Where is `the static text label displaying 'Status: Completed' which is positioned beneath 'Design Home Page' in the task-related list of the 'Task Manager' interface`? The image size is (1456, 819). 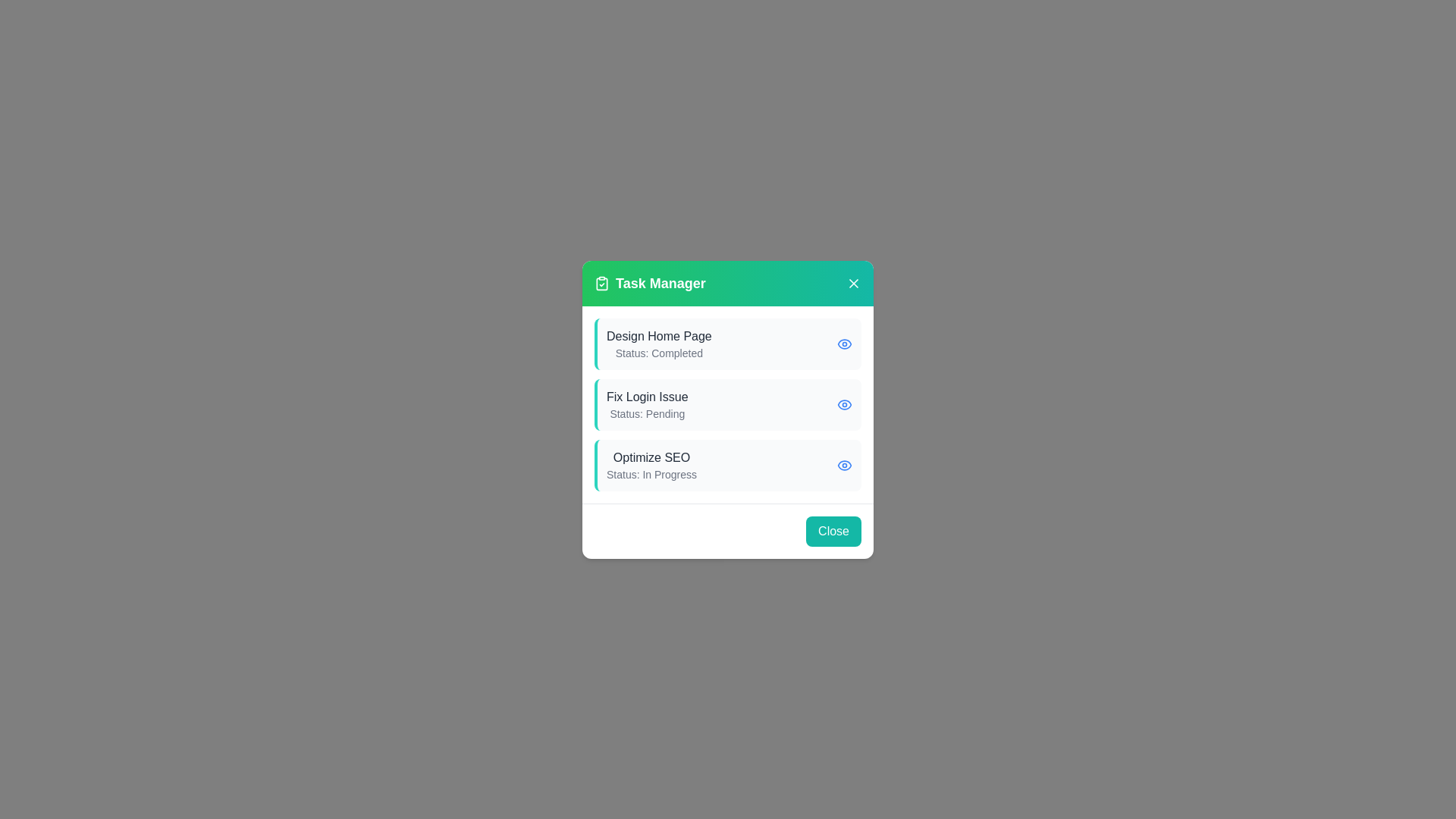 the static text label displaying 'Status: Completed' which is positioned beneath 'Design Home Page' in the task-related list of the 'Task Manager' interface is located at coordinates (659, 353).